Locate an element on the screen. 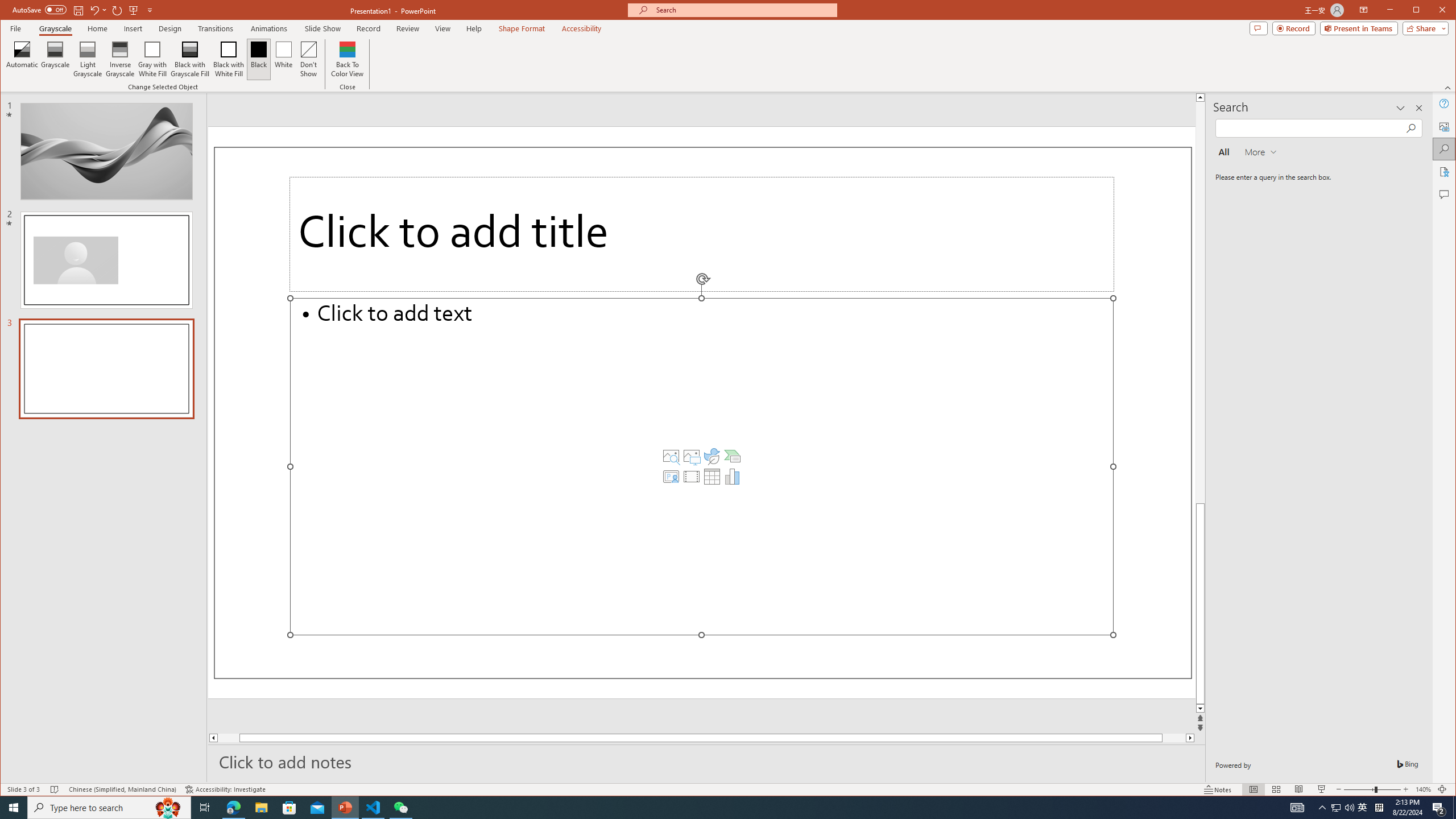 Image resolution: width=1456 pixels, height=819 pixels. 'Black with Grayscale Fill' is located at coordinates (190, 59).